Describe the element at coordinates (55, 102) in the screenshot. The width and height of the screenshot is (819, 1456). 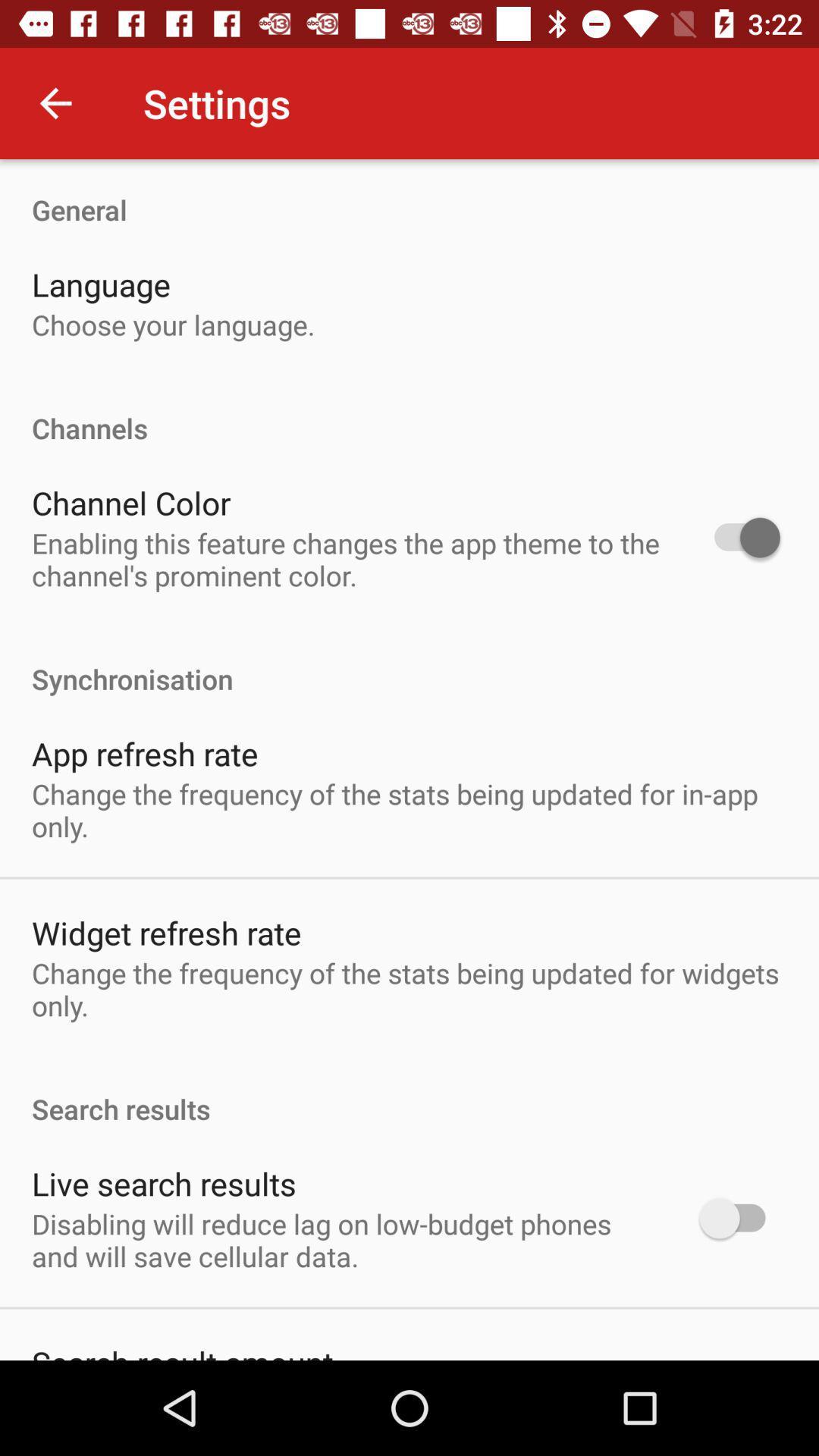
I see `the item next to the settings item` at that location.